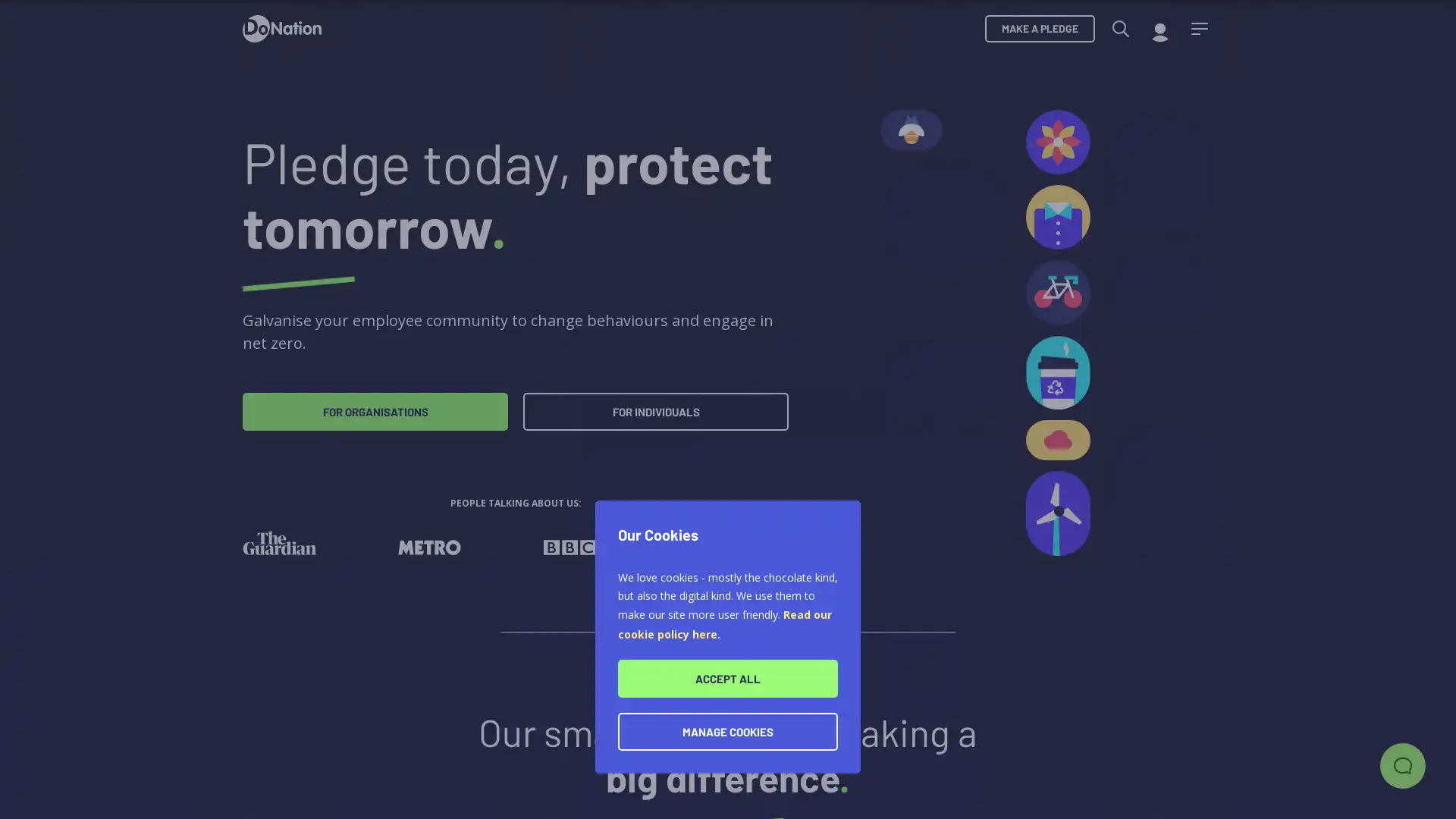  I want to click on ACCEPT ALL, so click(728, 677).